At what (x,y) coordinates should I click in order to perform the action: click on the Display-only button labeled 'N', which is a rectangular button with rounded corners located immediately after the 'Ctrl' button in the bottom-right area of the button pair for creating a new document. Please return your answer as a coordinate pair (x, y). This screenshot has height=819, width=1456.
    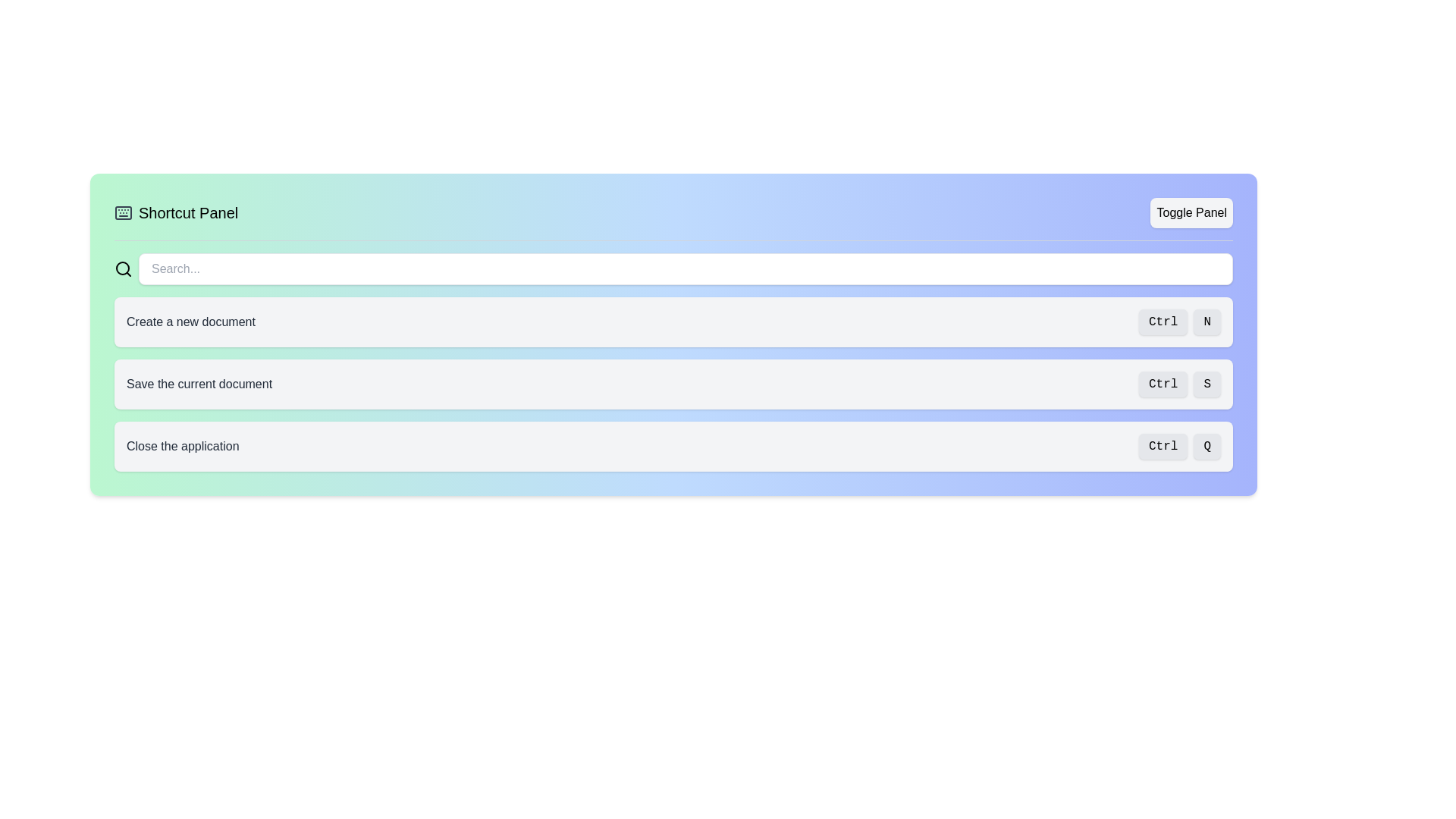
    Looking at the image, I should click on (1207, 321).